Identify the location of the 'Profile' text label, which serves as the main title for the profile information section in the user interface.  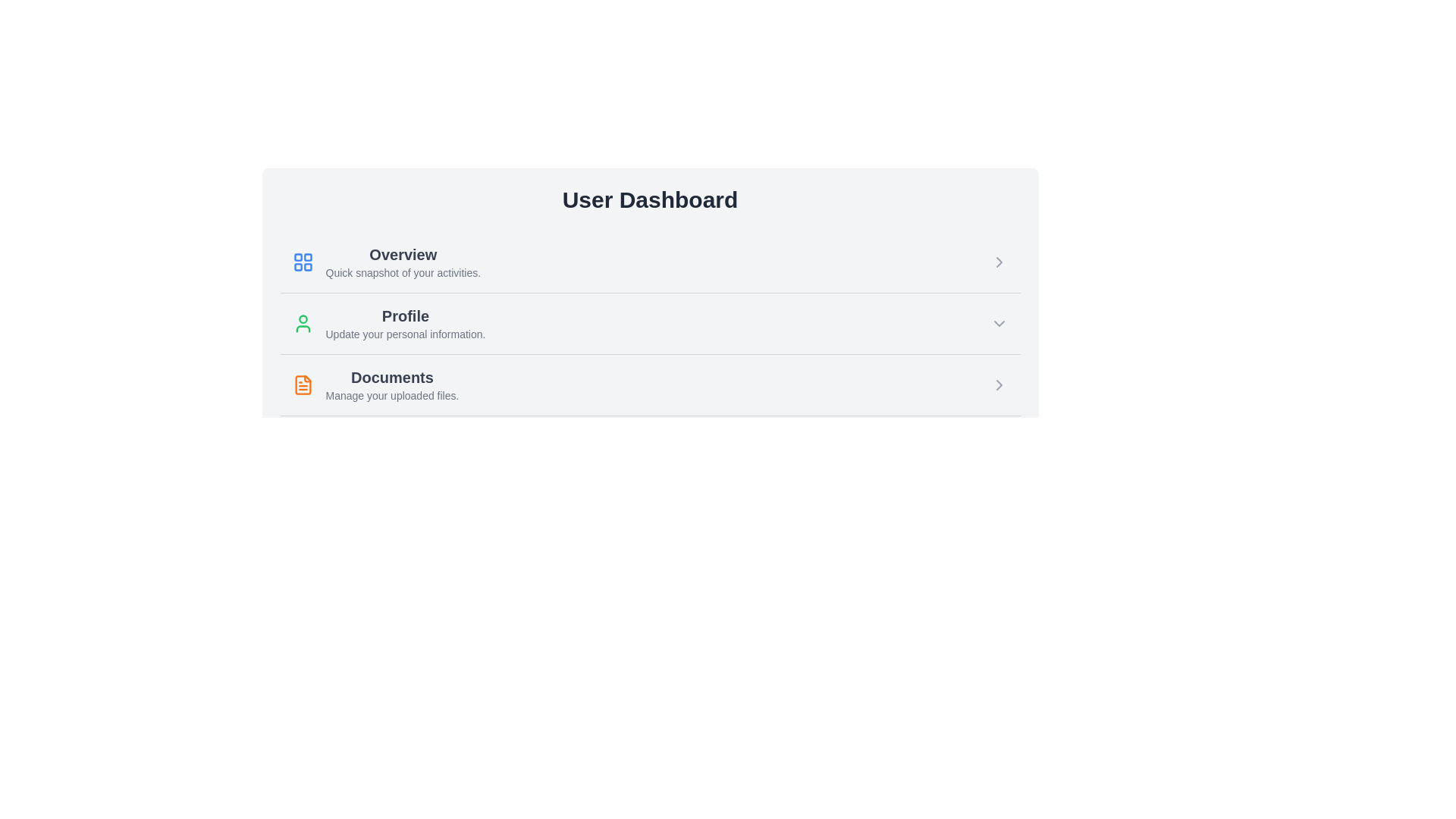
(405, 315).